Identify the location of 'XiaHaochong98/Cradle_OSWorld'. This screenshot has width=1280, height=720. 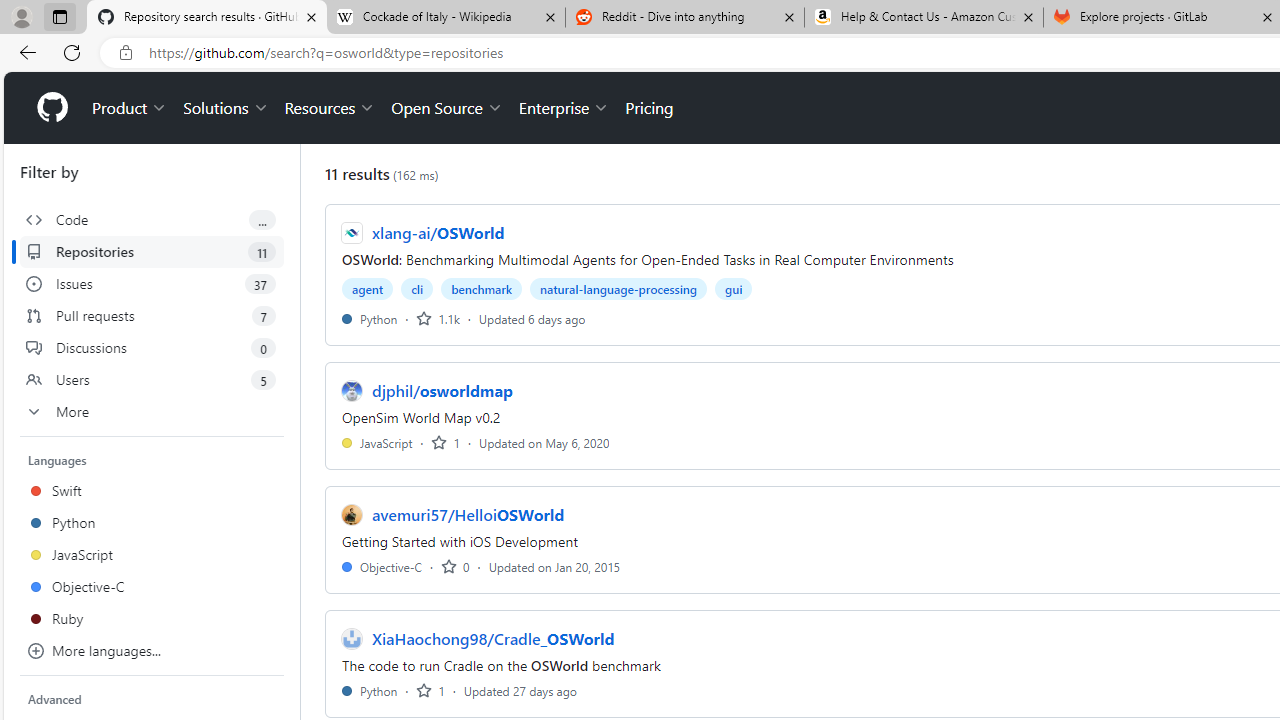
(493, 639).